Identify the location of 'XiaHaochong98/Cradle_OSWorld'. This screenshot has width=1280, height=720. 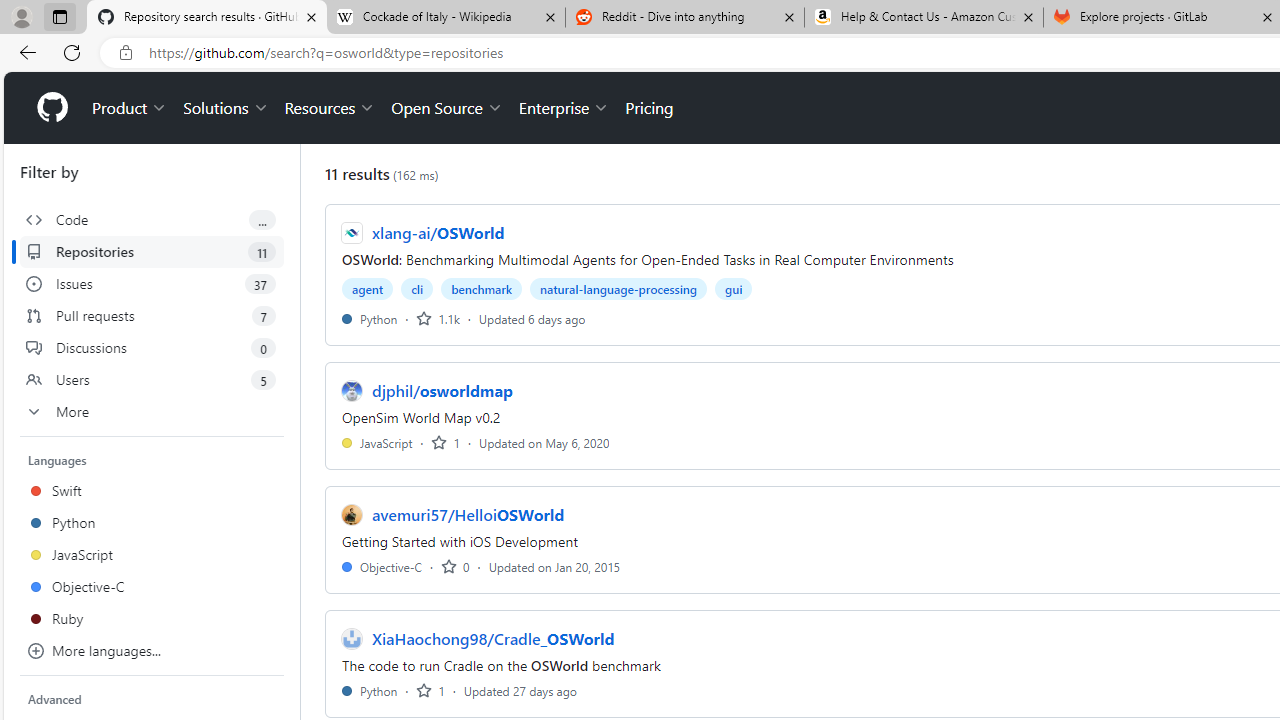
(493, 639).